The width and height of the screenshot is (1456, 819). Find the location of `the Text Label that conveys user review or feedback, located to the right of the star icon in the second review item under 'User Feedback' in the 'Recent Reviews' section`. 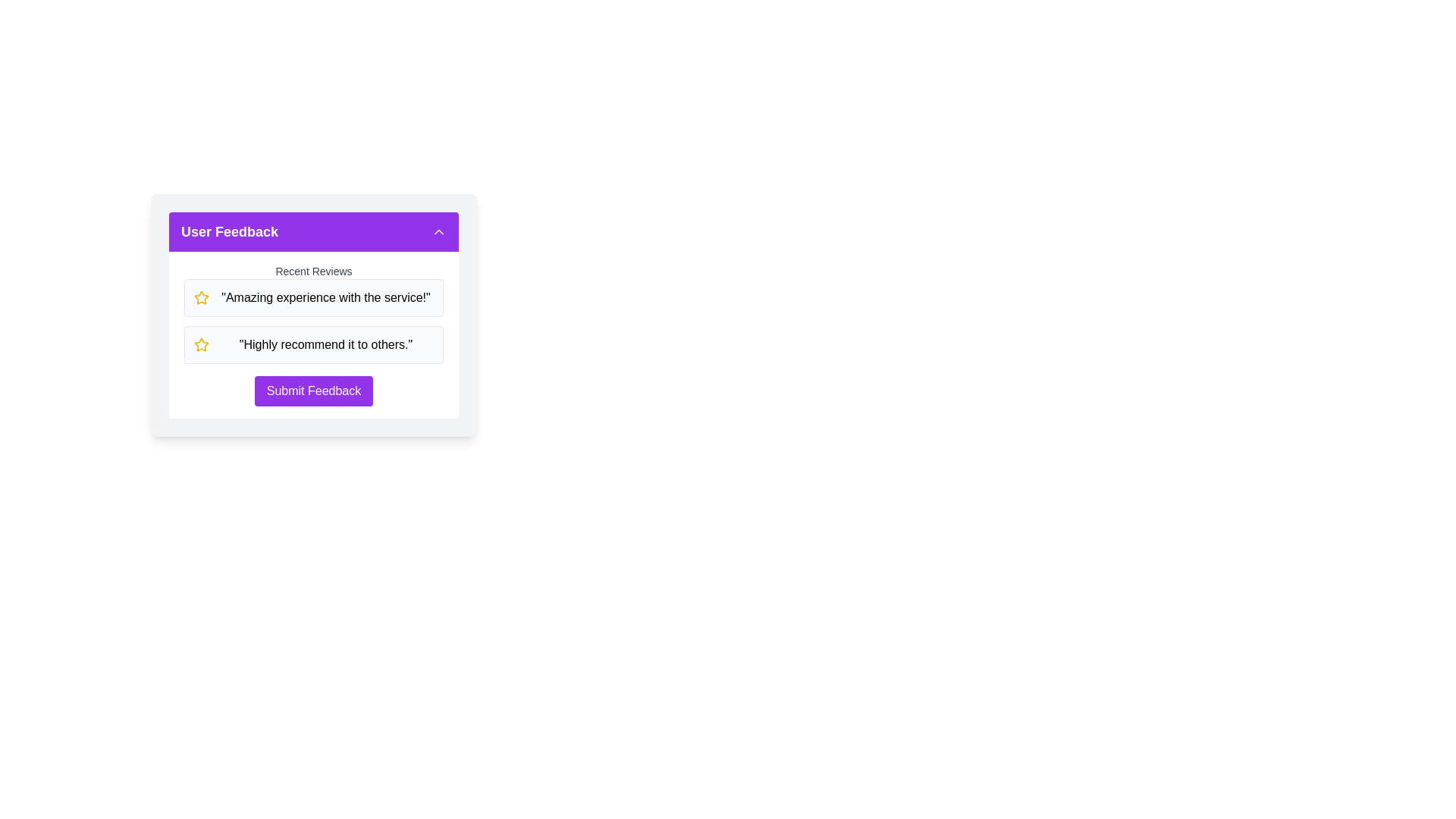

the Text Label that conveys user review or feedback, located to the right of the star icon in the second review item under 'User Feedback' in the 'Recent Reviews' section is located at coordinates (325, 345).